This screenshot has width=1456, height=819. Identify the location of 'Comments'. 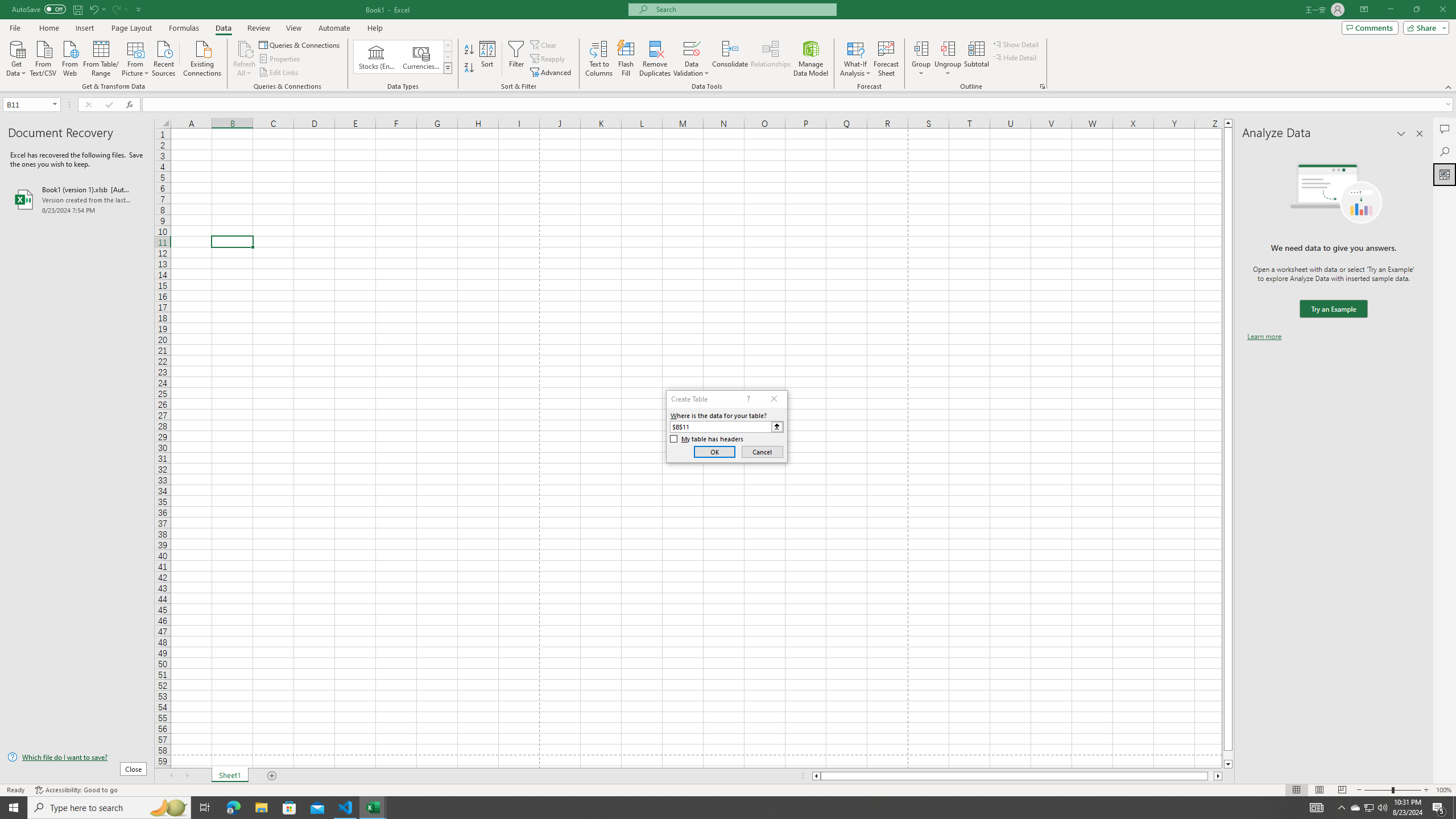
(1370, 27).